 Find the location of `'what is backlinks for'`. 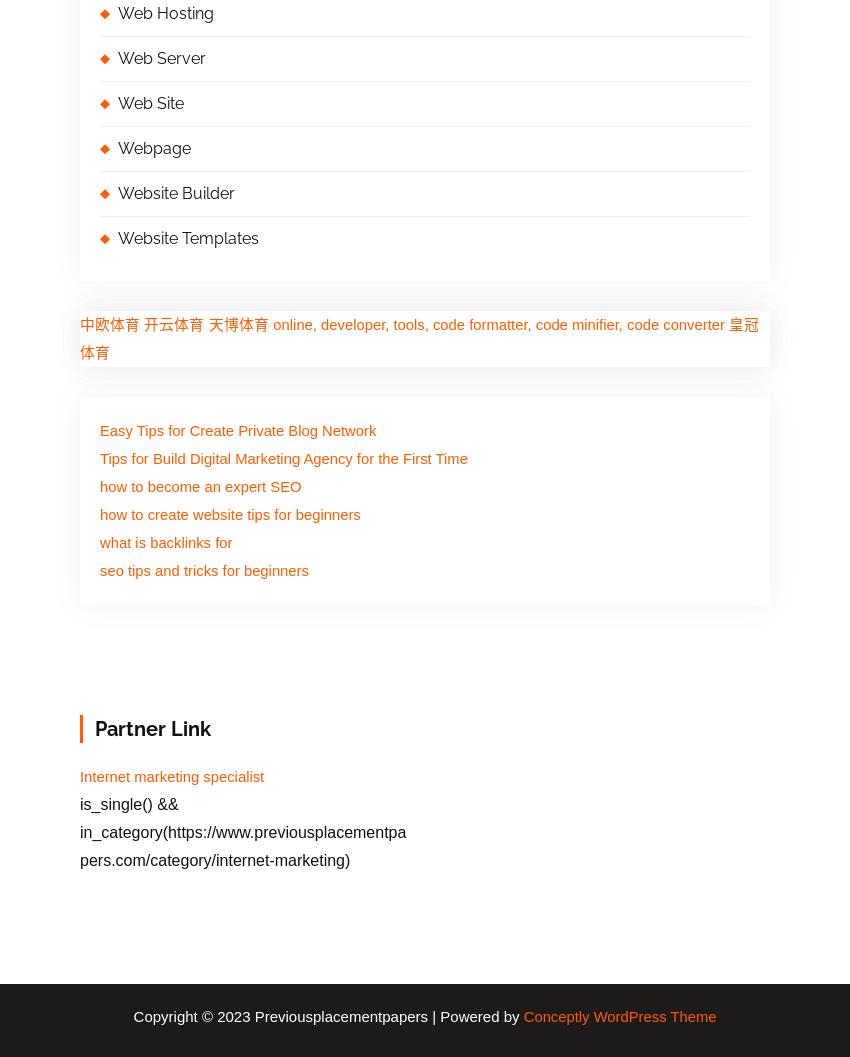

'what is backlinks for' is located at coordinates (166, 541).